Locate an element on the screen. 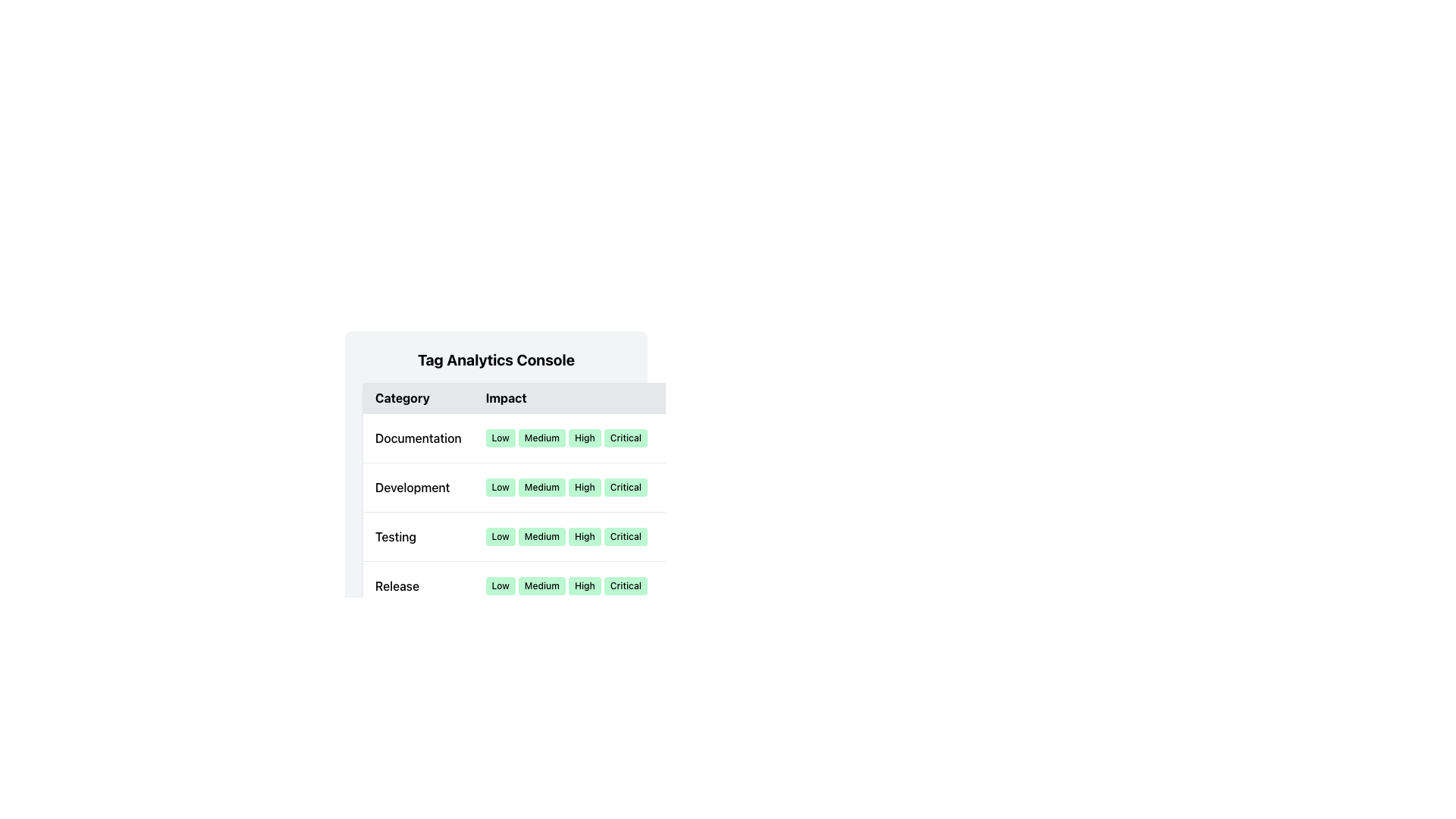 Image resolution: width=1456 pixels, height=819 pixels. the second badge labeled 'Medium' in the 'Impact' column under the 'Testing' category, which visually represents a medium level of status is located at coordinates (541, 536).